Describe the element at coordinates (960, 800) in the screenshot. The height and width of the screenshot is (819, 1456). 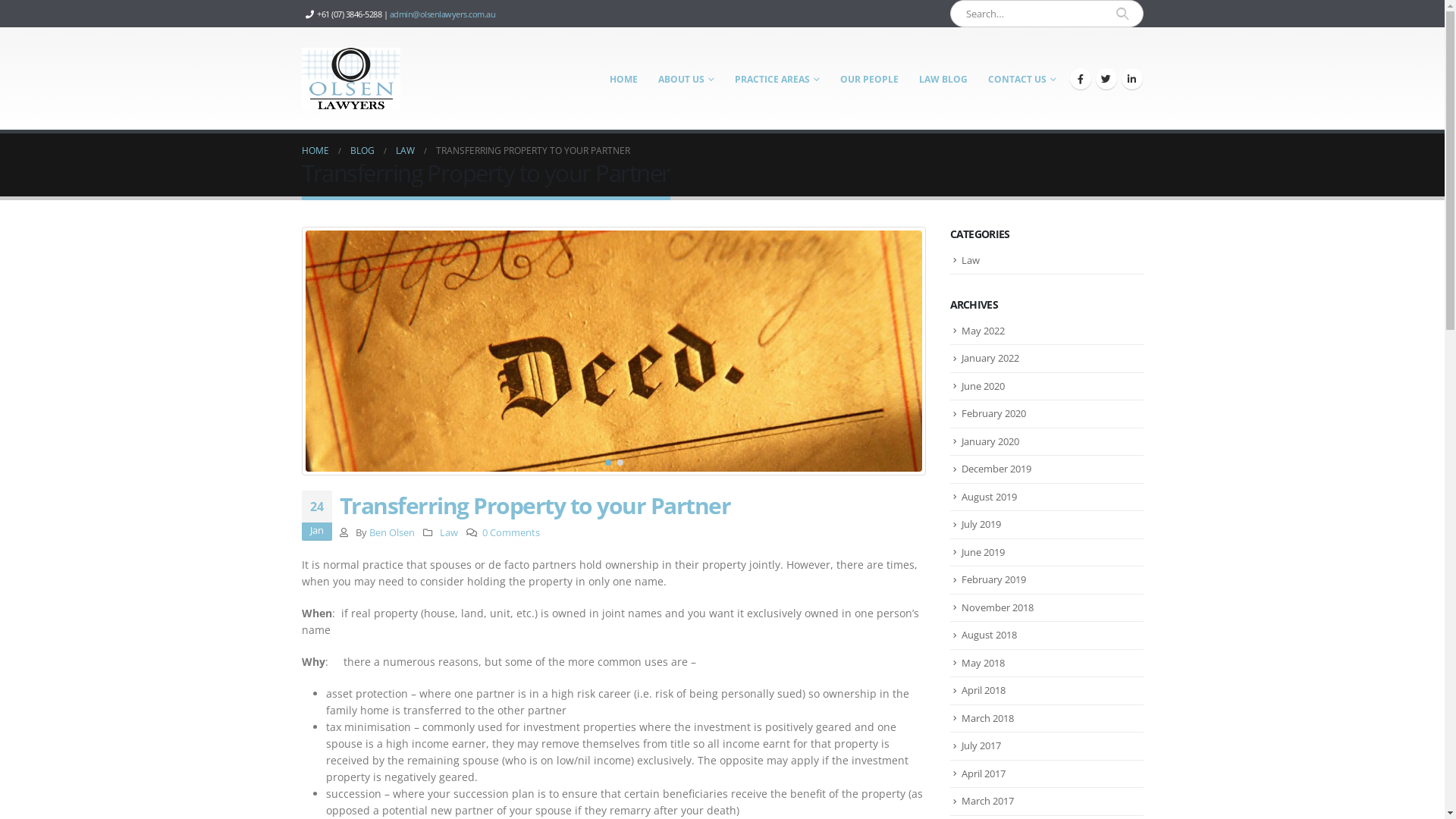
I see `'March 2017'` at that location.